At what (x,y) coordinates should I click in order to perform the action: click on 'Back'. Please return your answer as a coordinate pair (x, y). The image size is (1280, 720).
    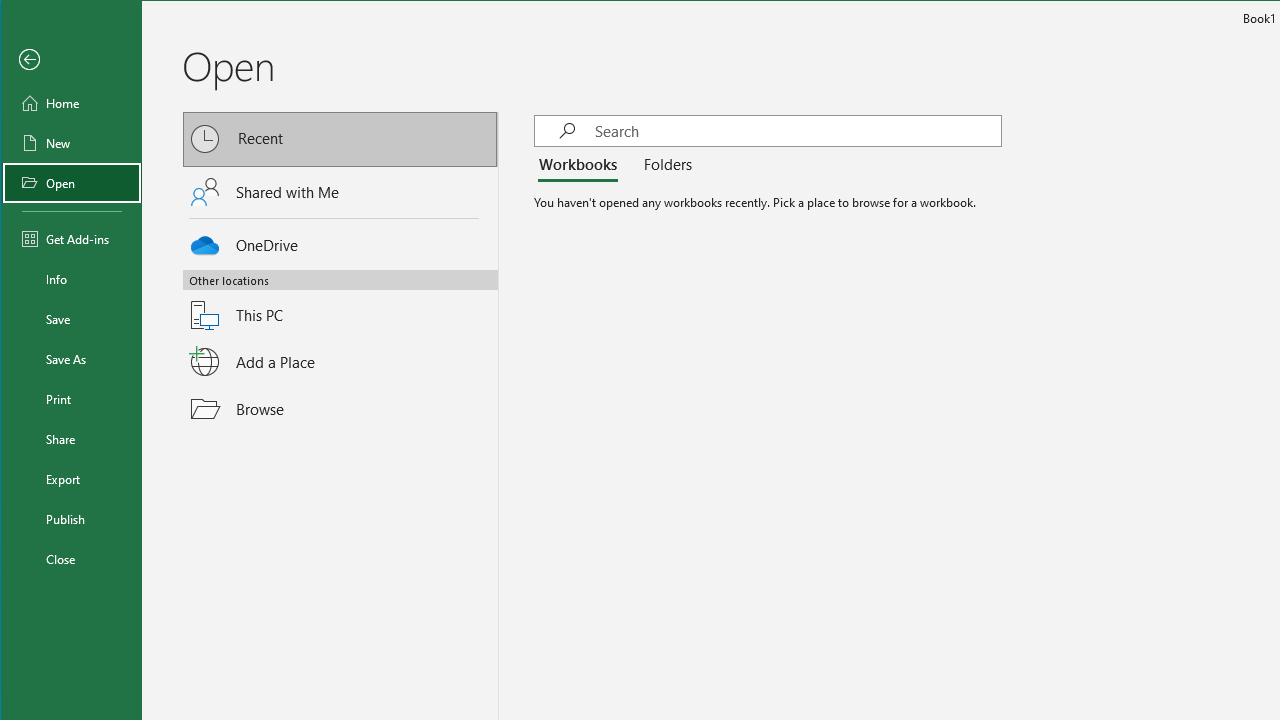
    Looking at the image, I should click on (72, 59).